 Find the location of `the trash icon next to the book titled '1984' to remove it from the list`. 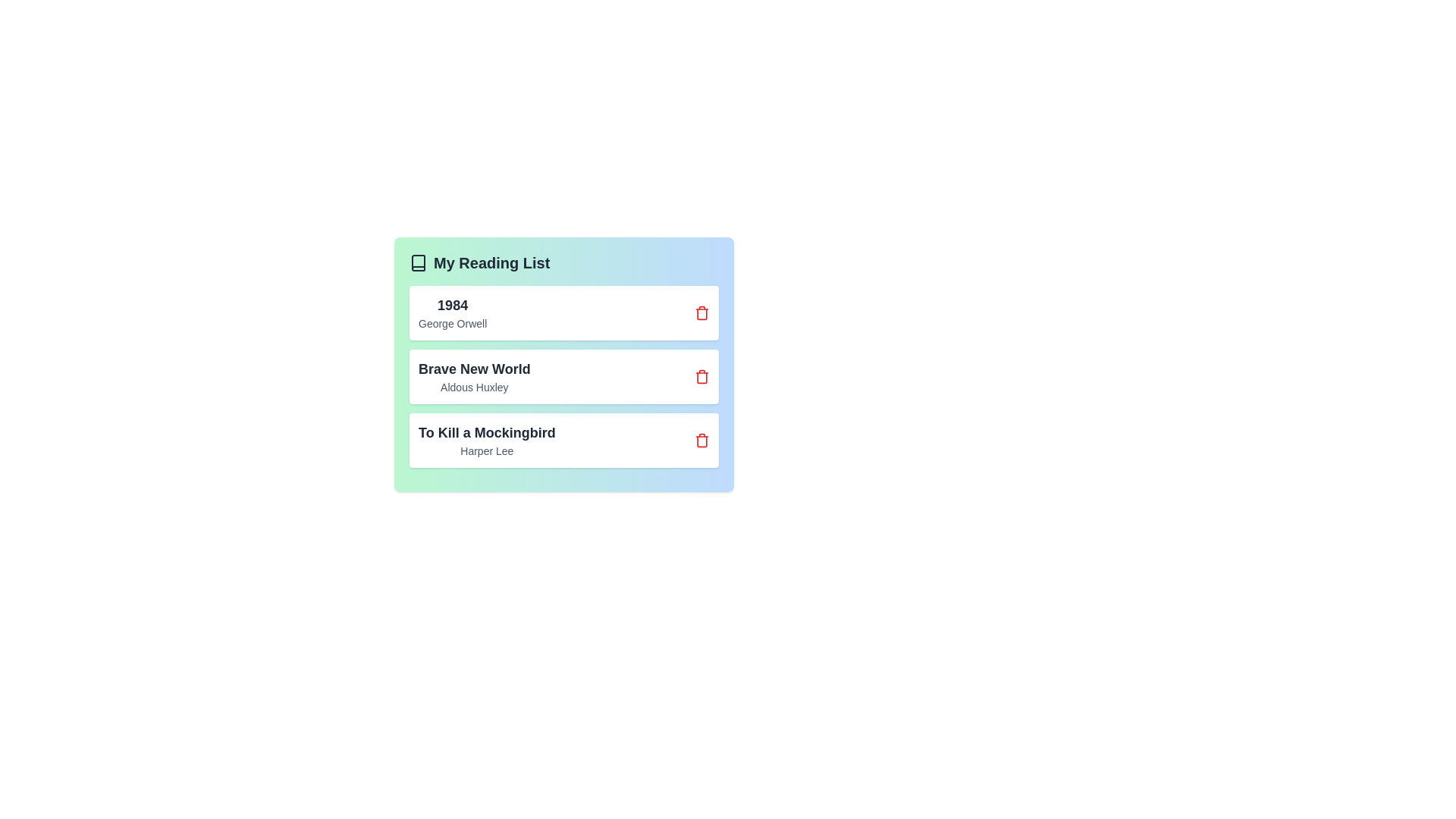

the trash icon next to the book titled '1984' to remove it from the list is located at coordinates (701, 312).